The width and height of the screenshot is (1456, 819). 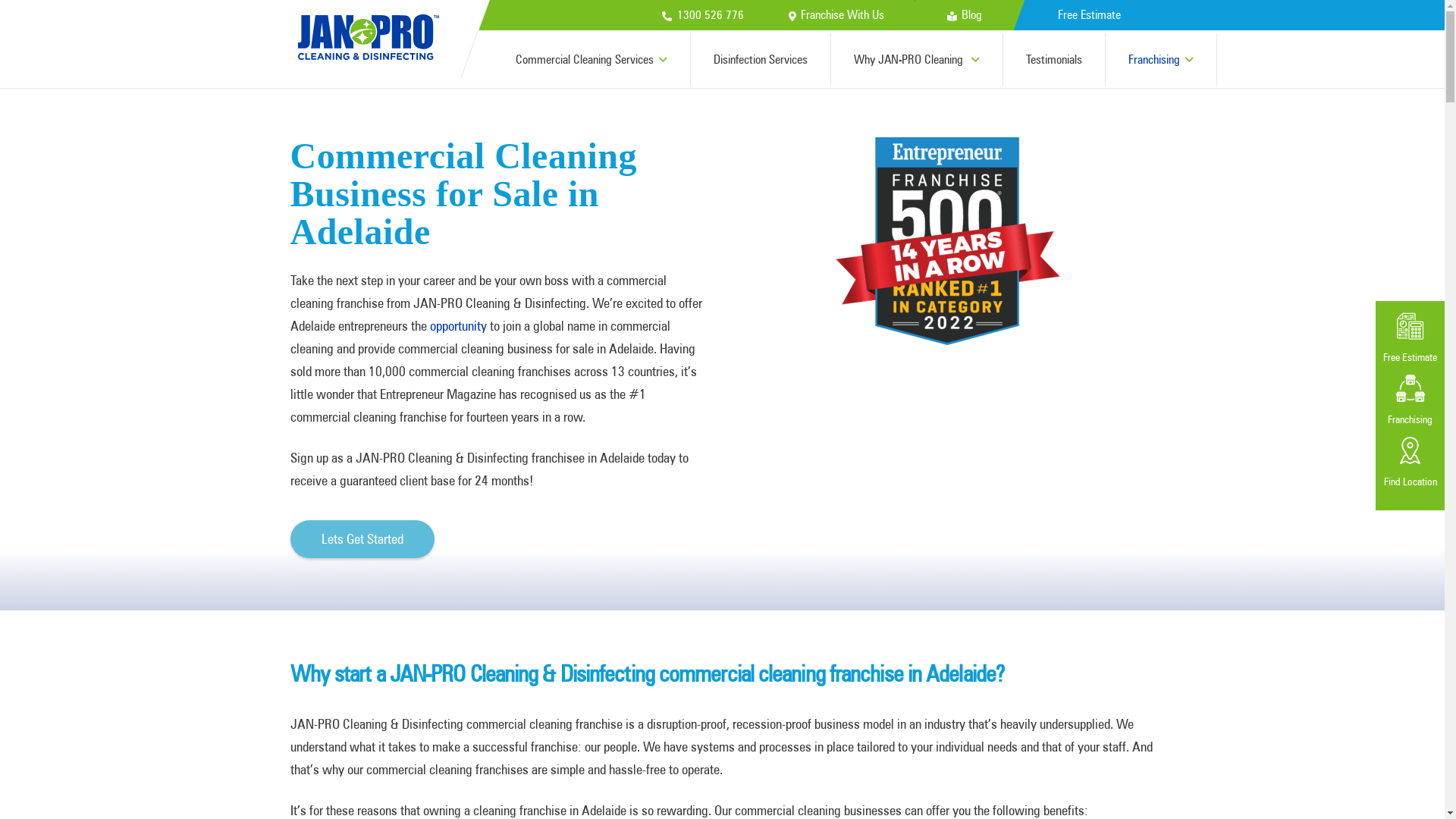 What do you see at coordinates (761, 58) in the screenshot?
I see `'Disinfection Services'` at bounding box center [761, 58].